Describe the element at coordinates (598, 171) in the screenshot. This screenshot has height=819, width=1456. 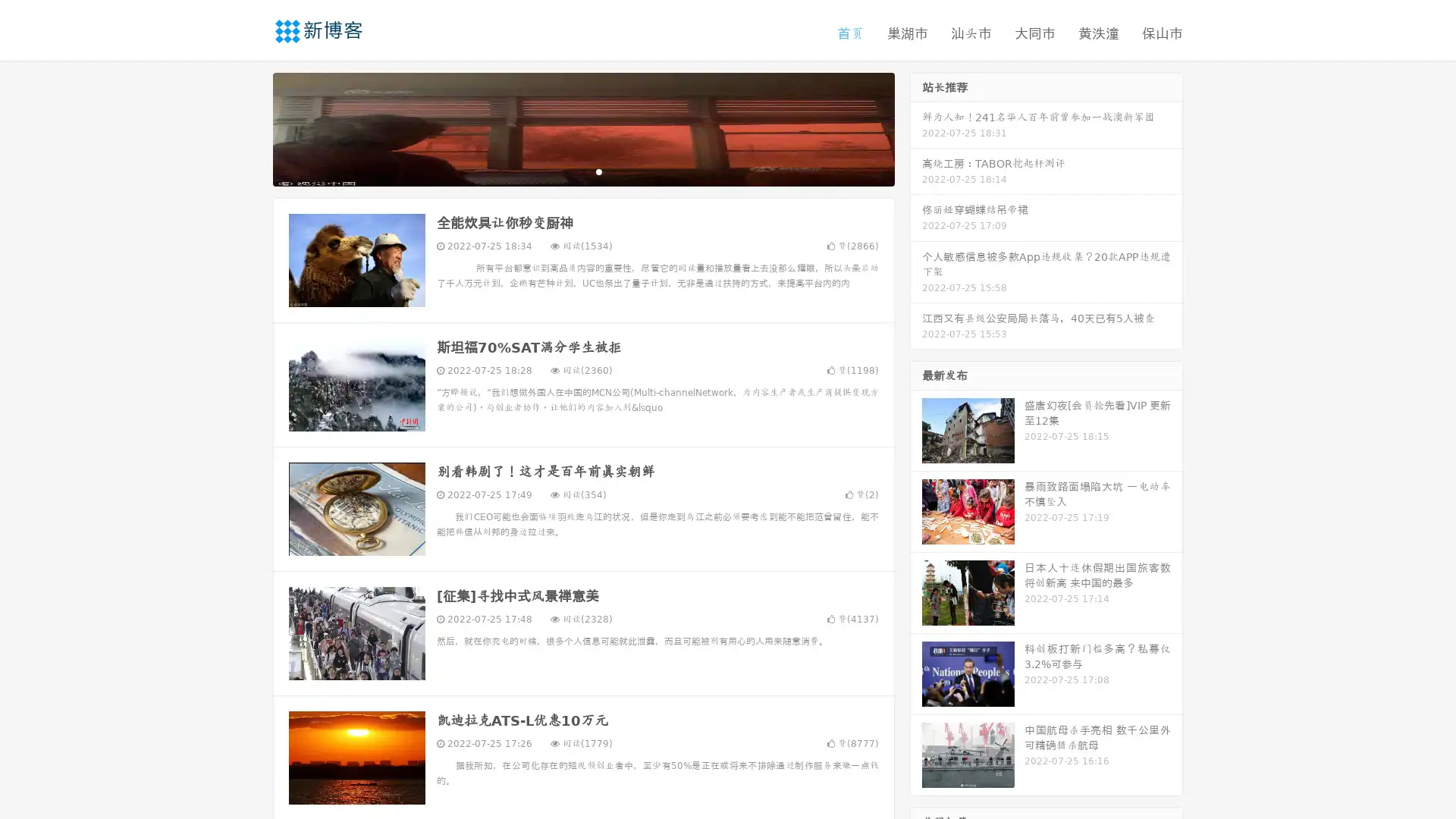
I see `Go to slide 3` at that location.